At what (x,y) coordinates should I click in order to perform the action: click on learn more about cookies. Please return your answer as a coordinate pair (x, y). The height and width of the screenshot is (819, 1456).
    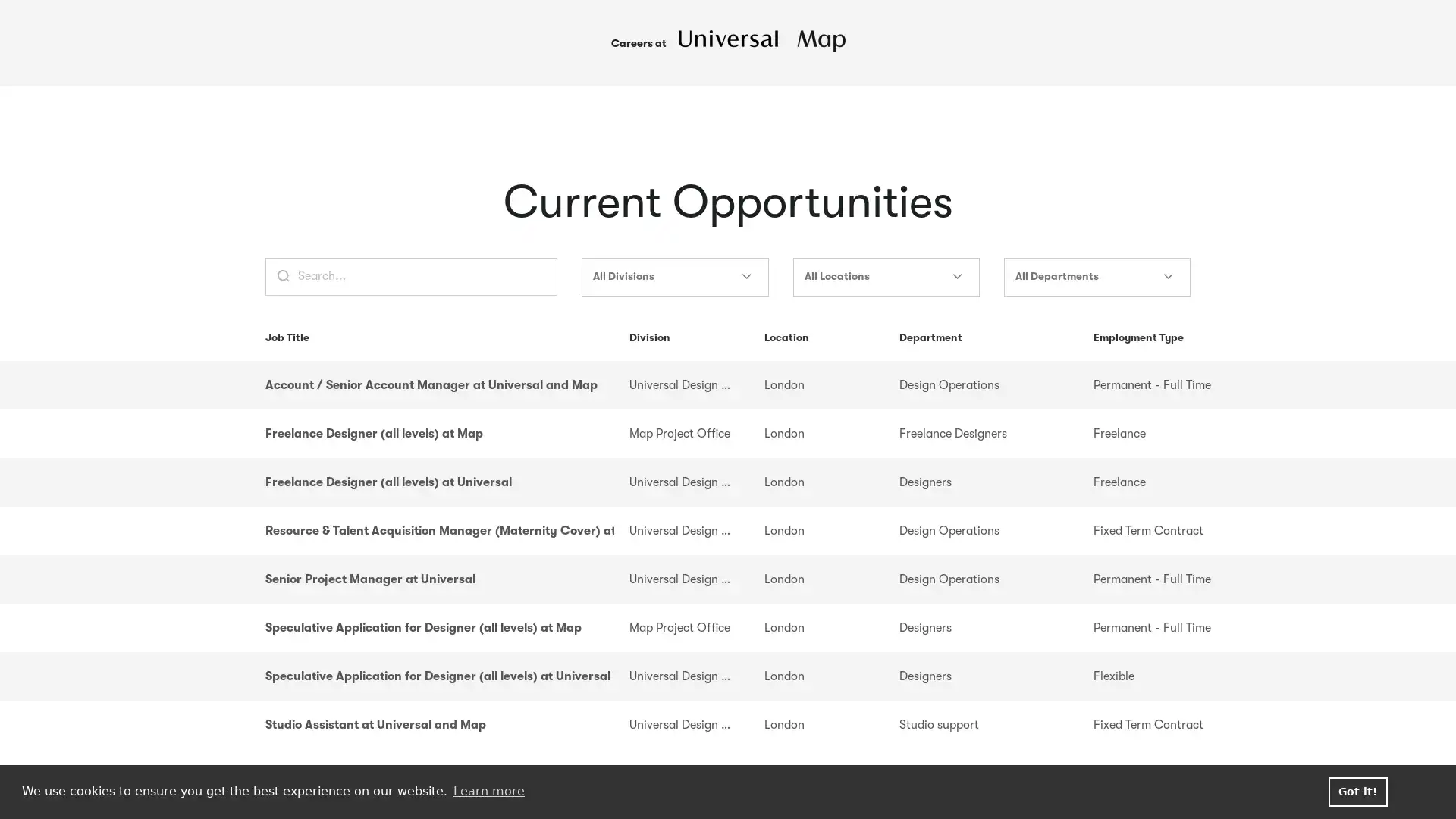
    Looking at the image, I should click on (488, 791).